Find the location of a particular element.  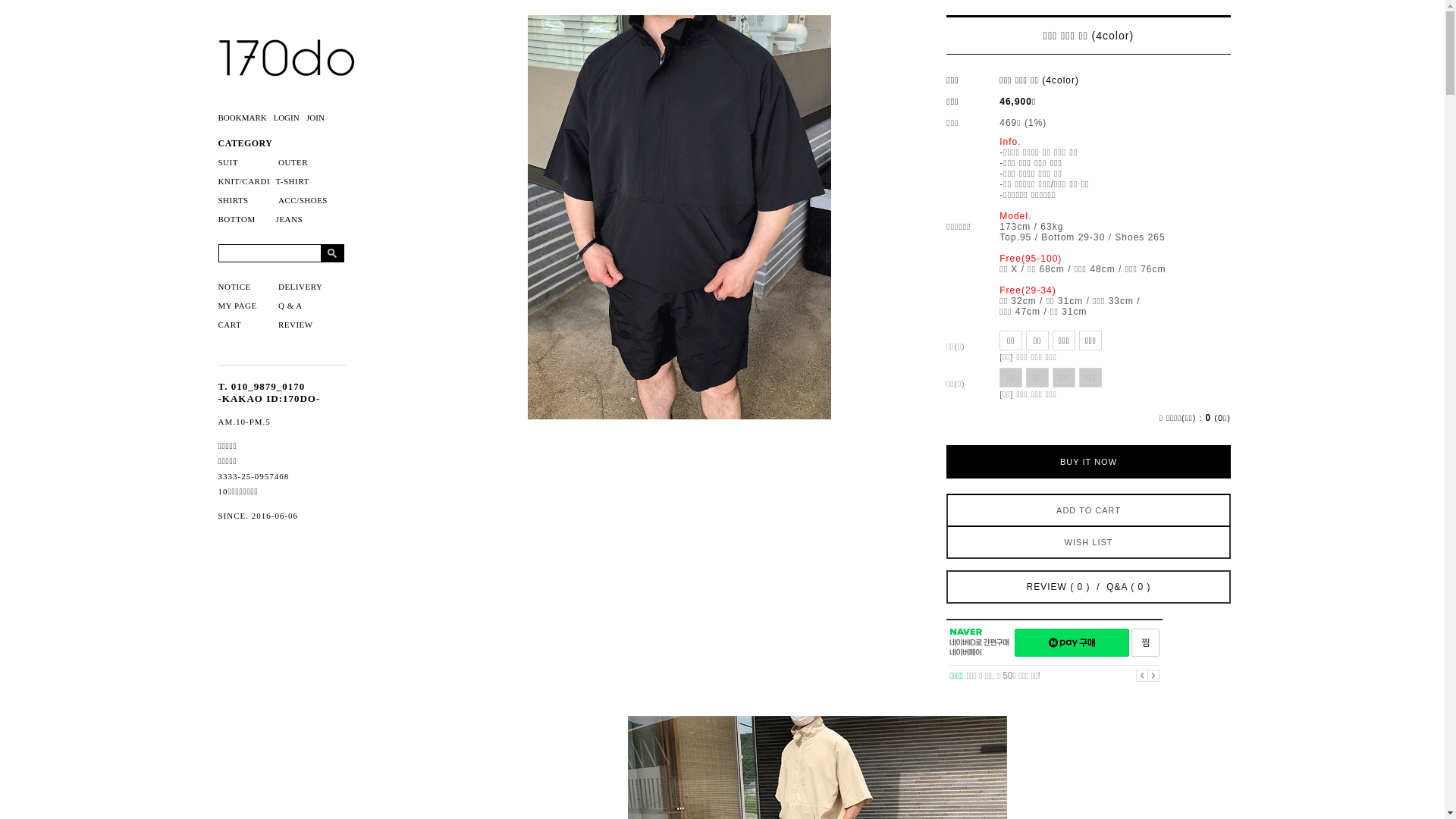

'CART' is located at coordinates (229, 324).